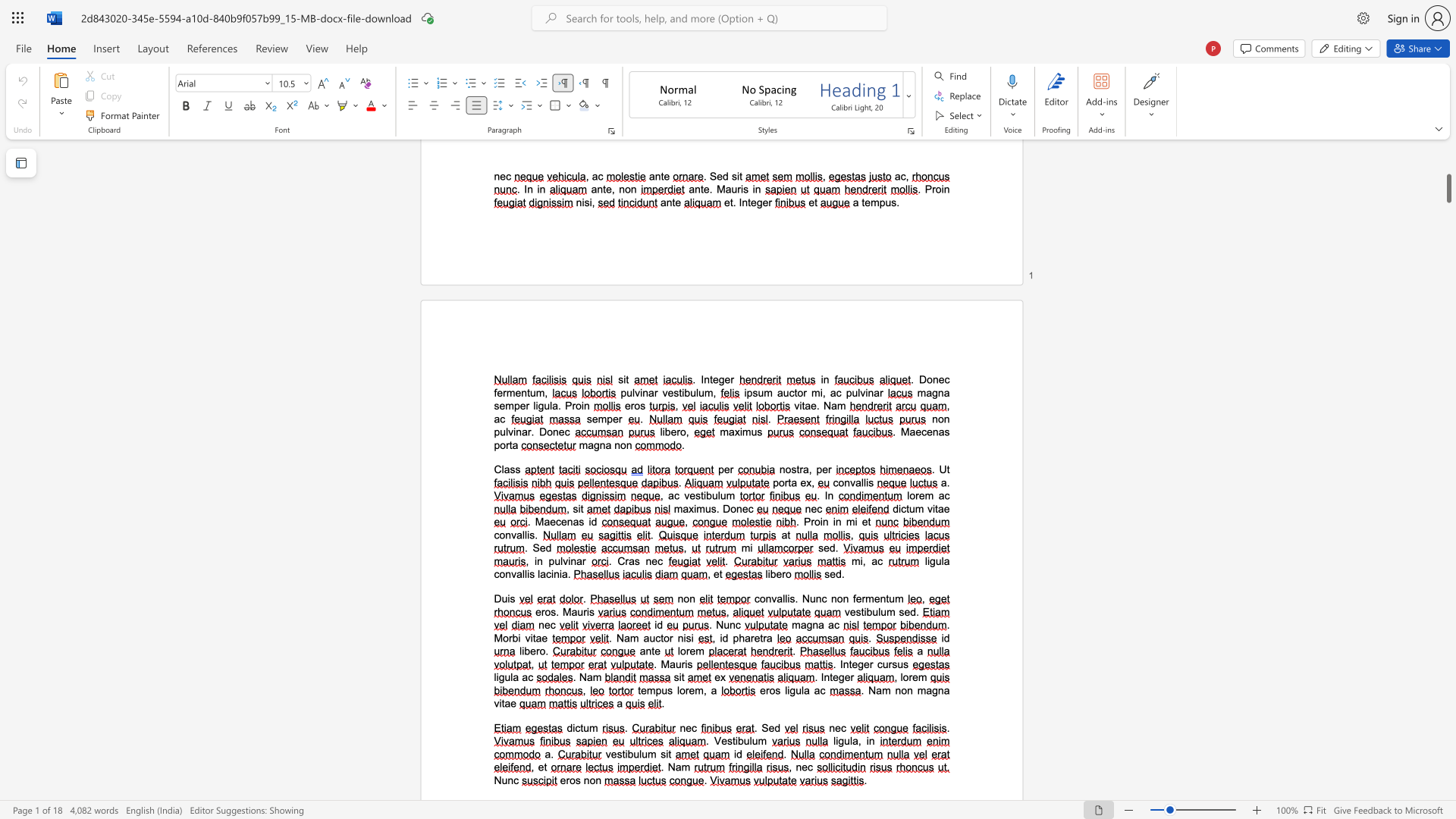 Image resolution: width=1456 pixels, height=819 pixels. Describe the element at coordinates (788, 469) in the screenshot. I see `the 1th character "o" in the text` at that location.